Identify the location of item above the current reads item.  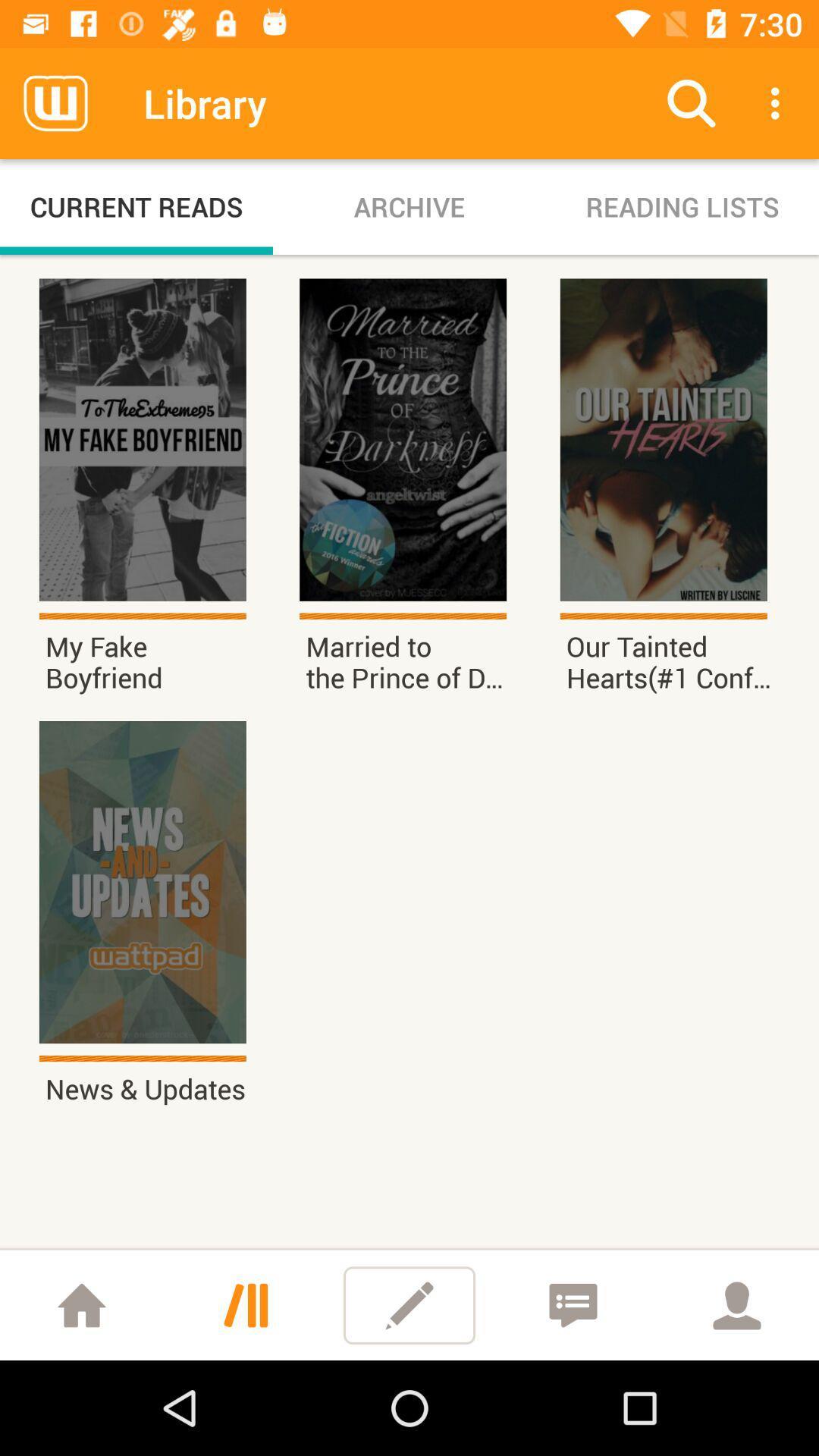
(55, 102).